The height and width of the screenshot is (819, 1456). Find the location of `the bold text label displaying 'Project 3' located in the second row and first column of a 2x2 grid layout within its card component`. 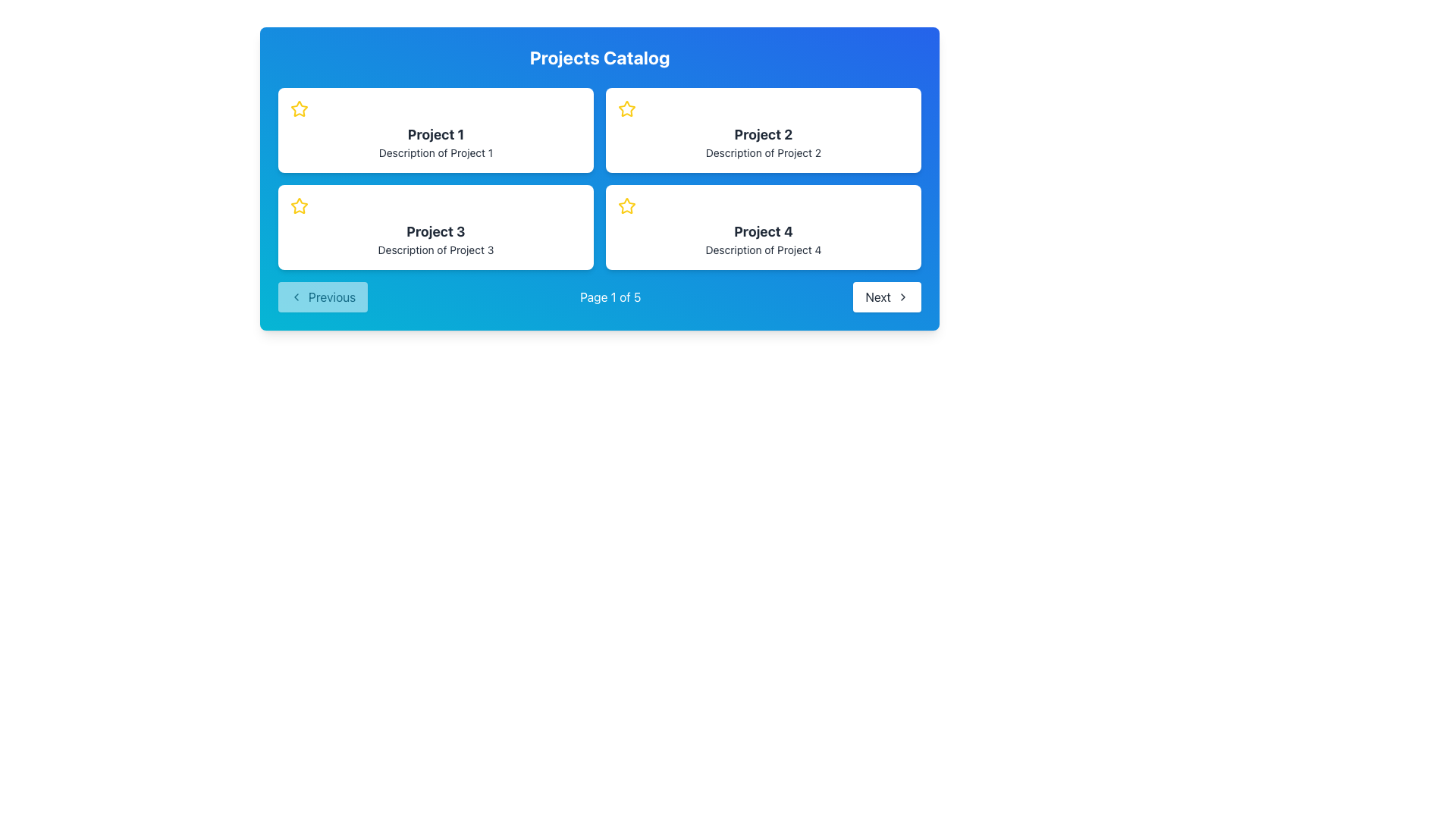

the bold text label displaying 'Project 3' located in the second row and first column of a 2x2 grid layout within its card component is located at coordinates (435, 231).